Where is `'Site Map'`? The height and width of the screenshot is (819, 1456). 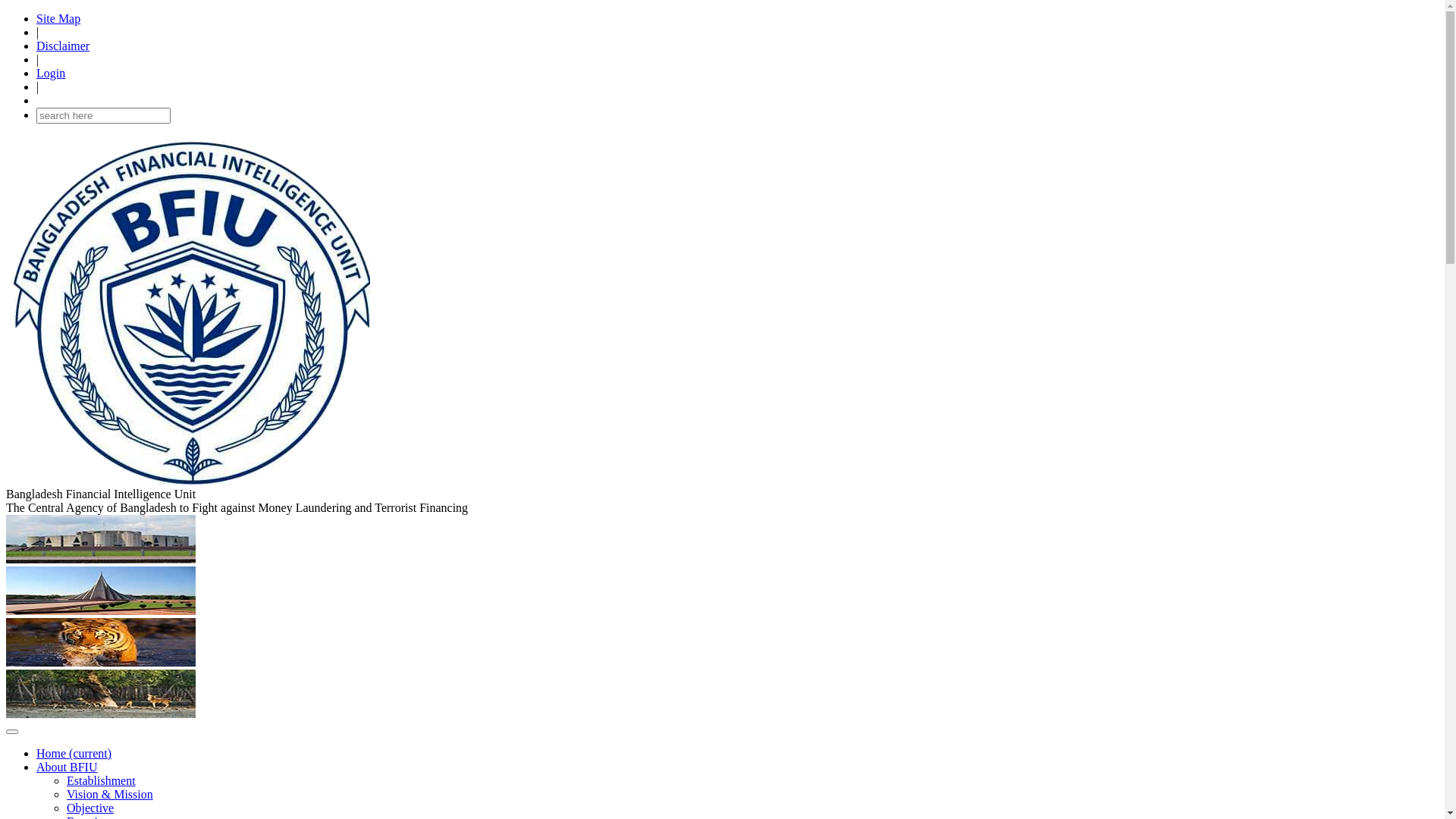
'Site Map' is located at coordinates (58, 18).